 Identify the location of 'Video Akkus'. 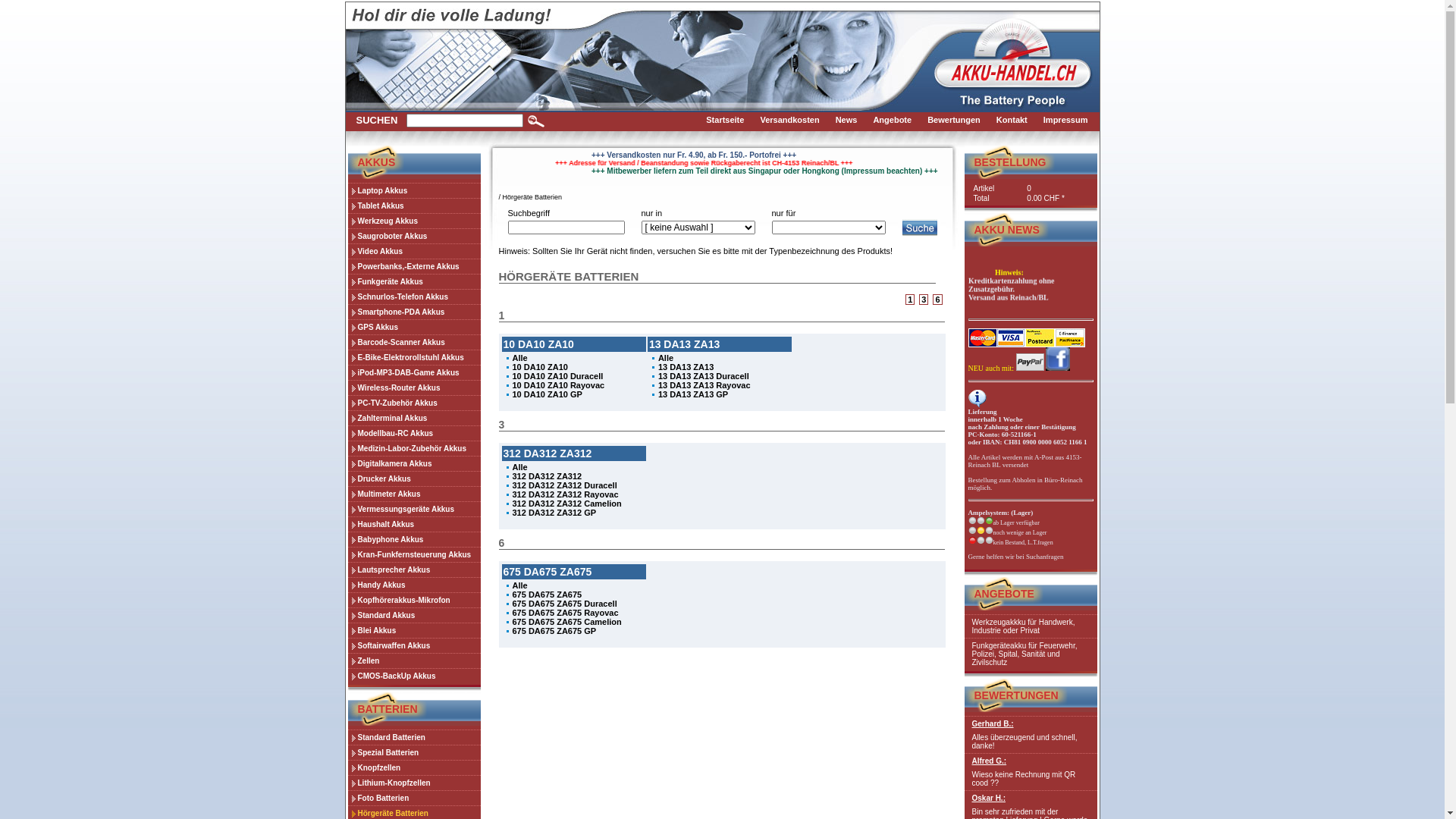
(413, 250).